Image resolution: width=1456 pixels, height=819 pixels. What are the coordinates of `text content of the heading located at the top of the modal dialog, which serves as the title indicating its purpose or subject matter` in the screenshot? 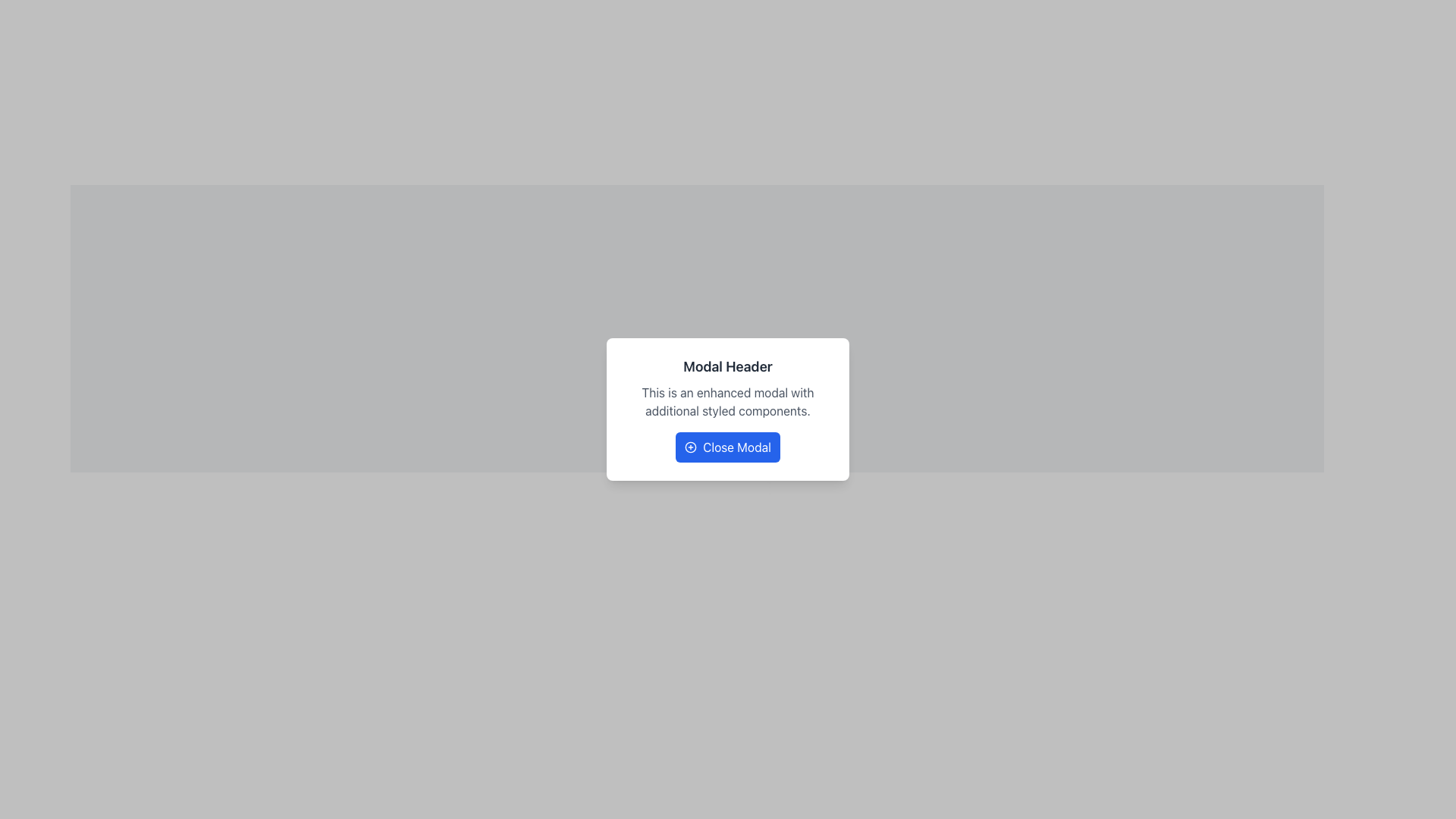 It's located at (728, 366).